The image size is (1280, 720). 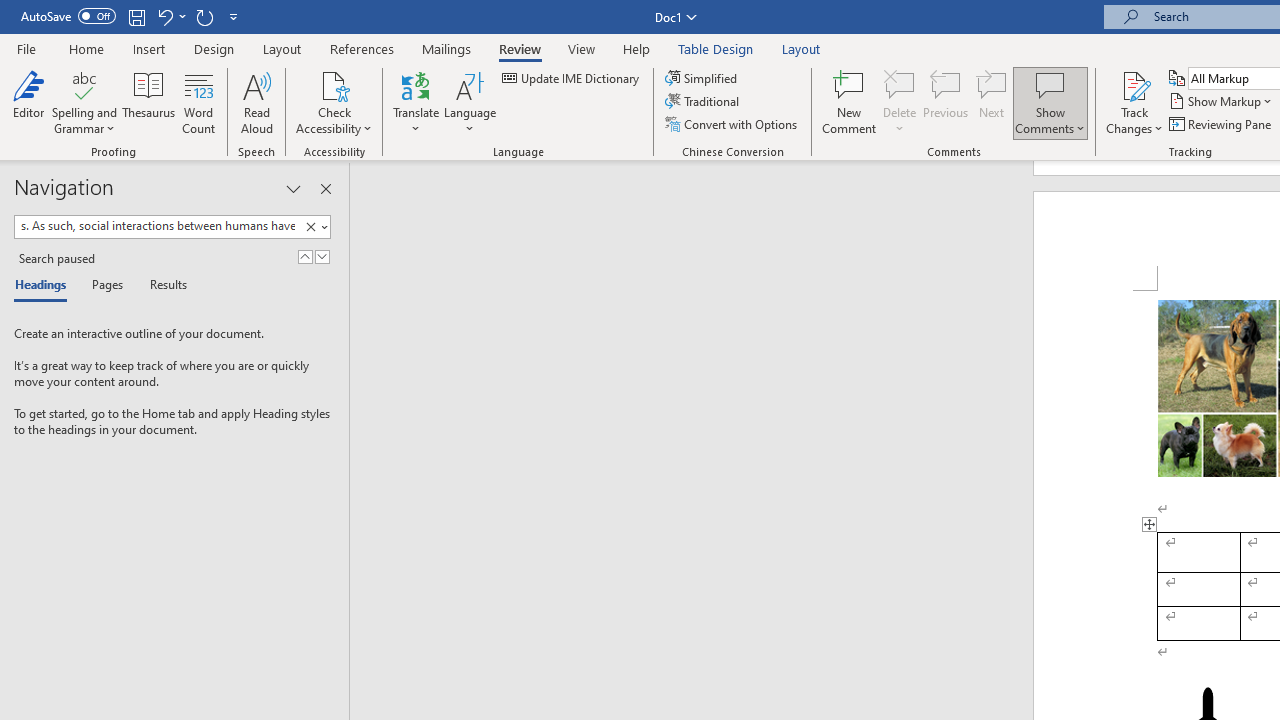 What do you see at coordinates (334, 103) in the screenshot?
I see `'Check Accessibility'` at bounding box center [334, 103].